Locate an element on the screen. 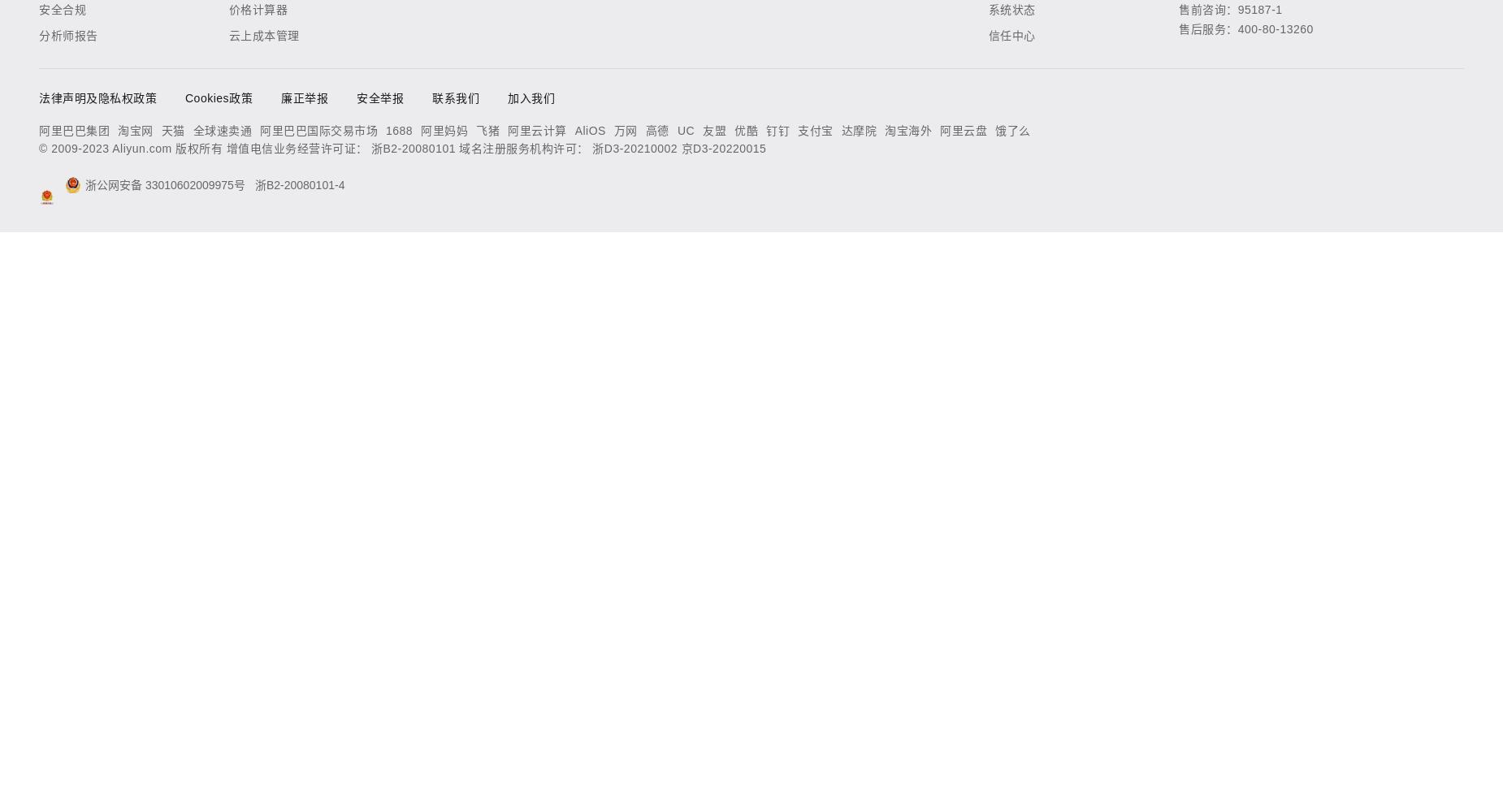  '浙D3-20210002' is located at coordinates (635, 149).